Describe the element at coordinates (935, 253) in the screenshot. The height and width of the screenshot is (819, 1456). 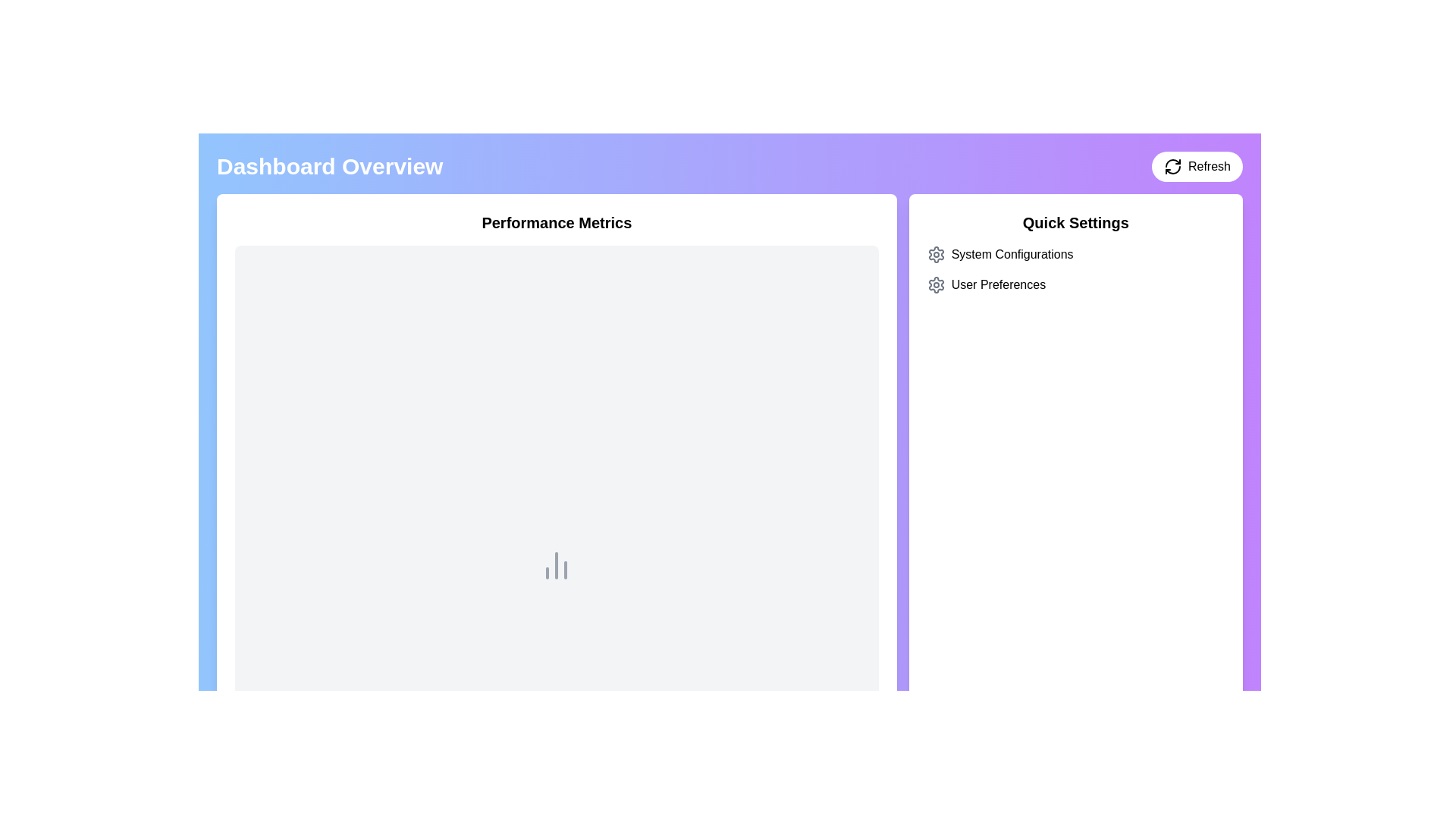
I see `the gear-shaped settings icon located` at that location.